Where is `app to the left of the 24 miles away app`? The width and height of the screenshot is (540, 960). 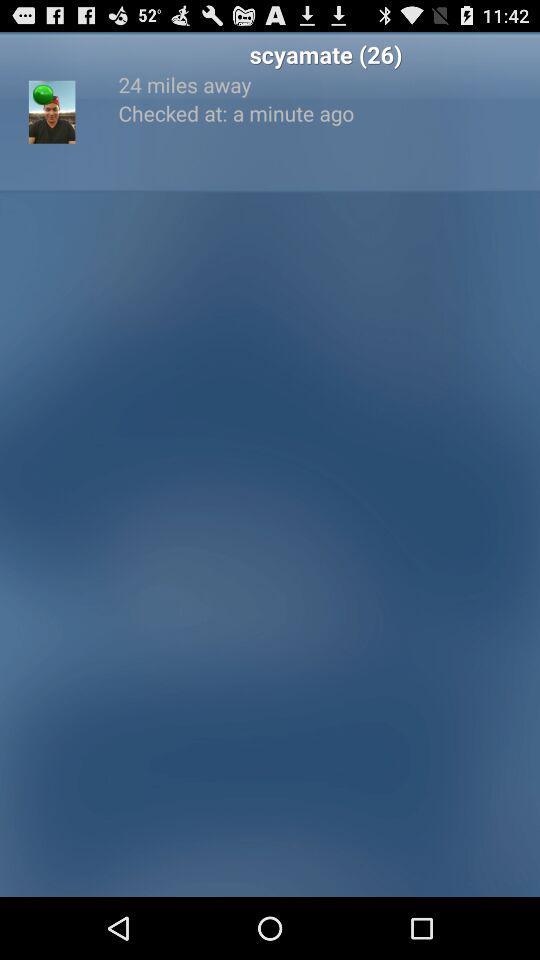 app to the left of the 24 miles away app is located at coordinates (43, 94).